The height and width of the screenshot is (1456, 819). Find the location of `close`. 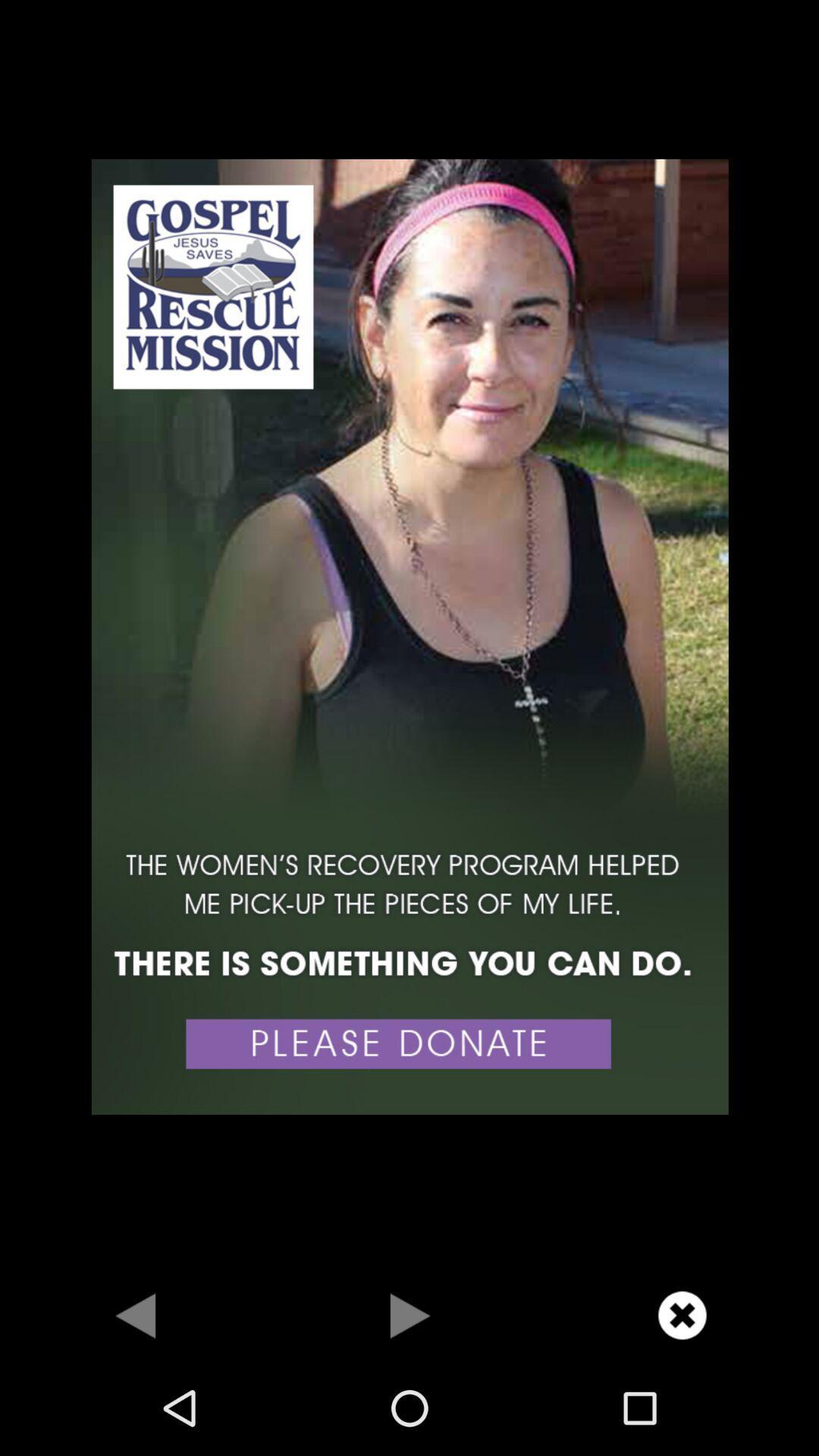

close is located at coordinates (681, 1314).